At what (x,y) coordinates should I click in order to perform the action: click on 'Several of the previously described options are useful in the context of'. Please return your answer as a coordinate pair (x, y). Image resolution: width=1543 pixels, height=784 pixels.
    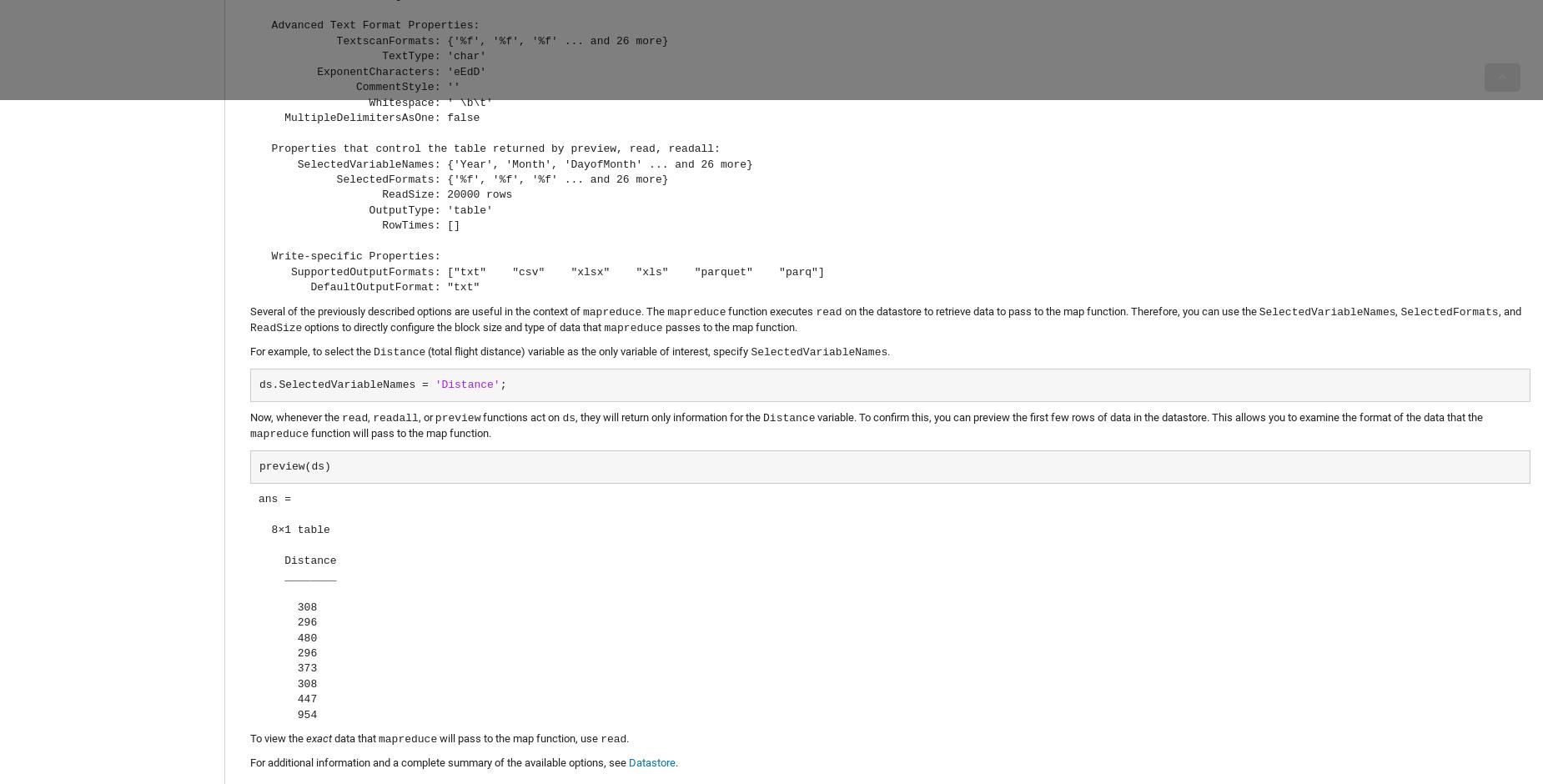
    Looking at the image, I should click on (416, 309).